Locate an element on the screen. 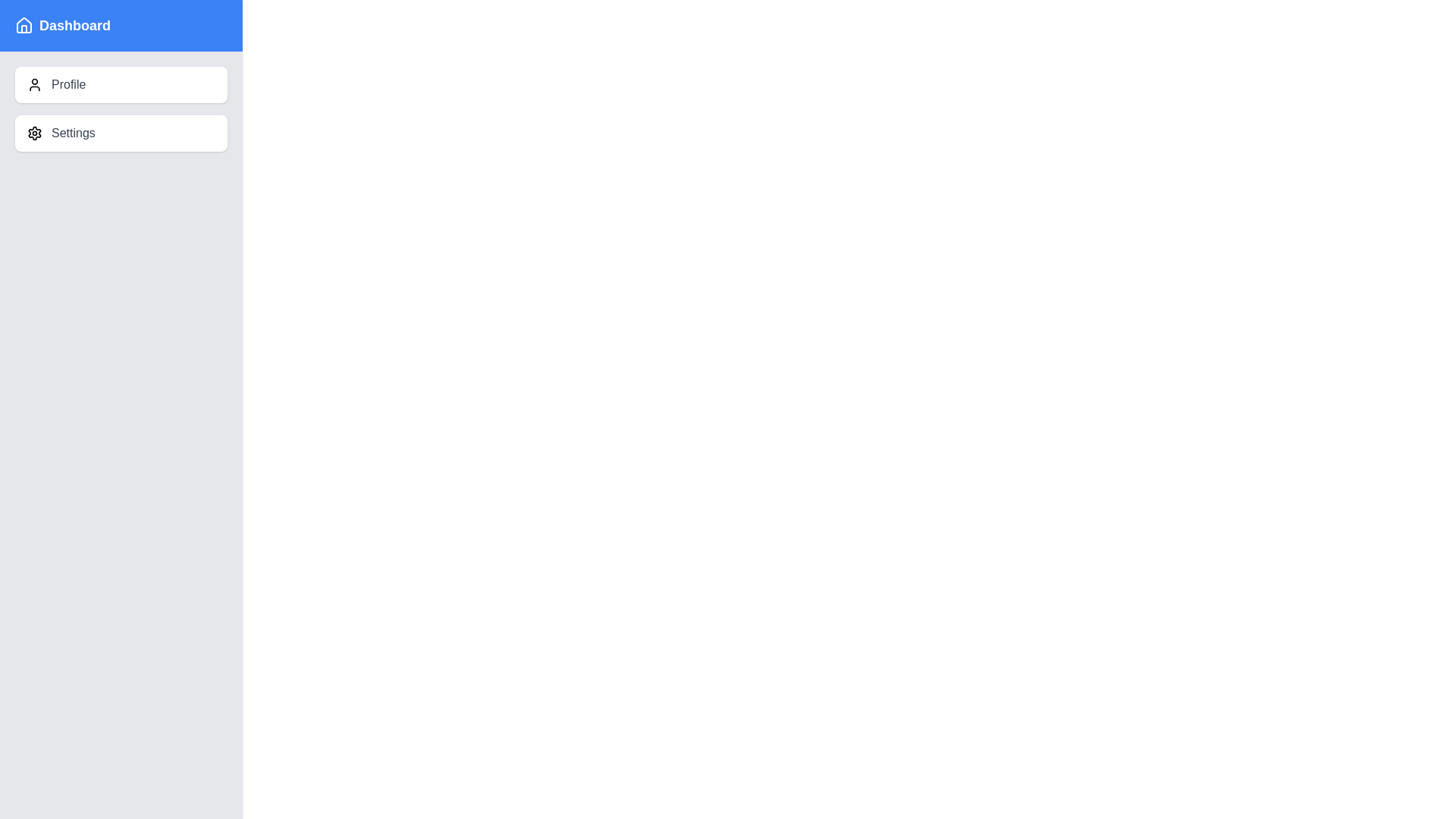 Image resolution: width=1456 pixels, height=819 pixels. the 'Profile' menu item is located at coordinates (120, 84).